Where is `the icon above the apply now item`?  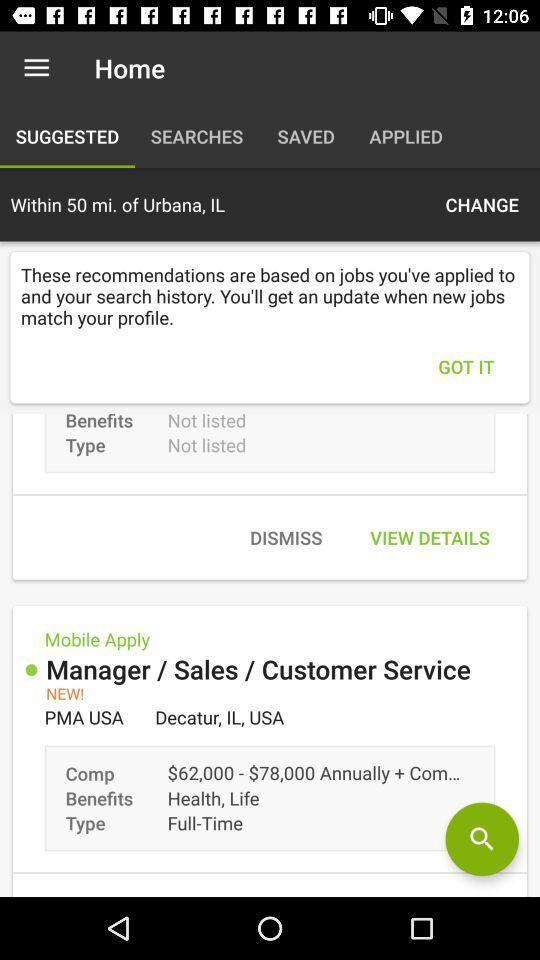
the icon above the apply now item is located at coordinates (481, 839).